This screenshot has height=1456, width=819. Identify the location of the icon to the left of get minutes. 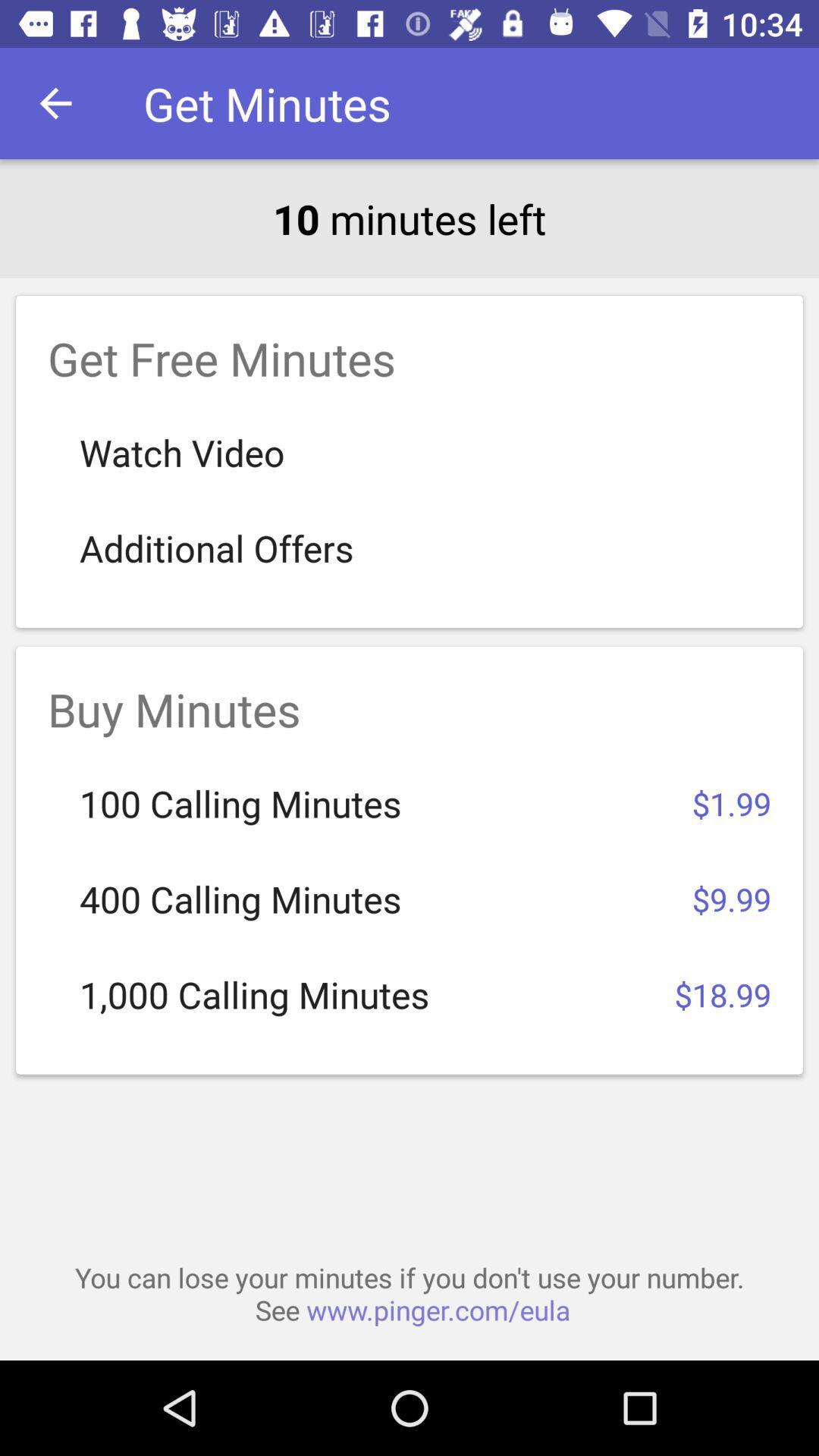
(55, 102).